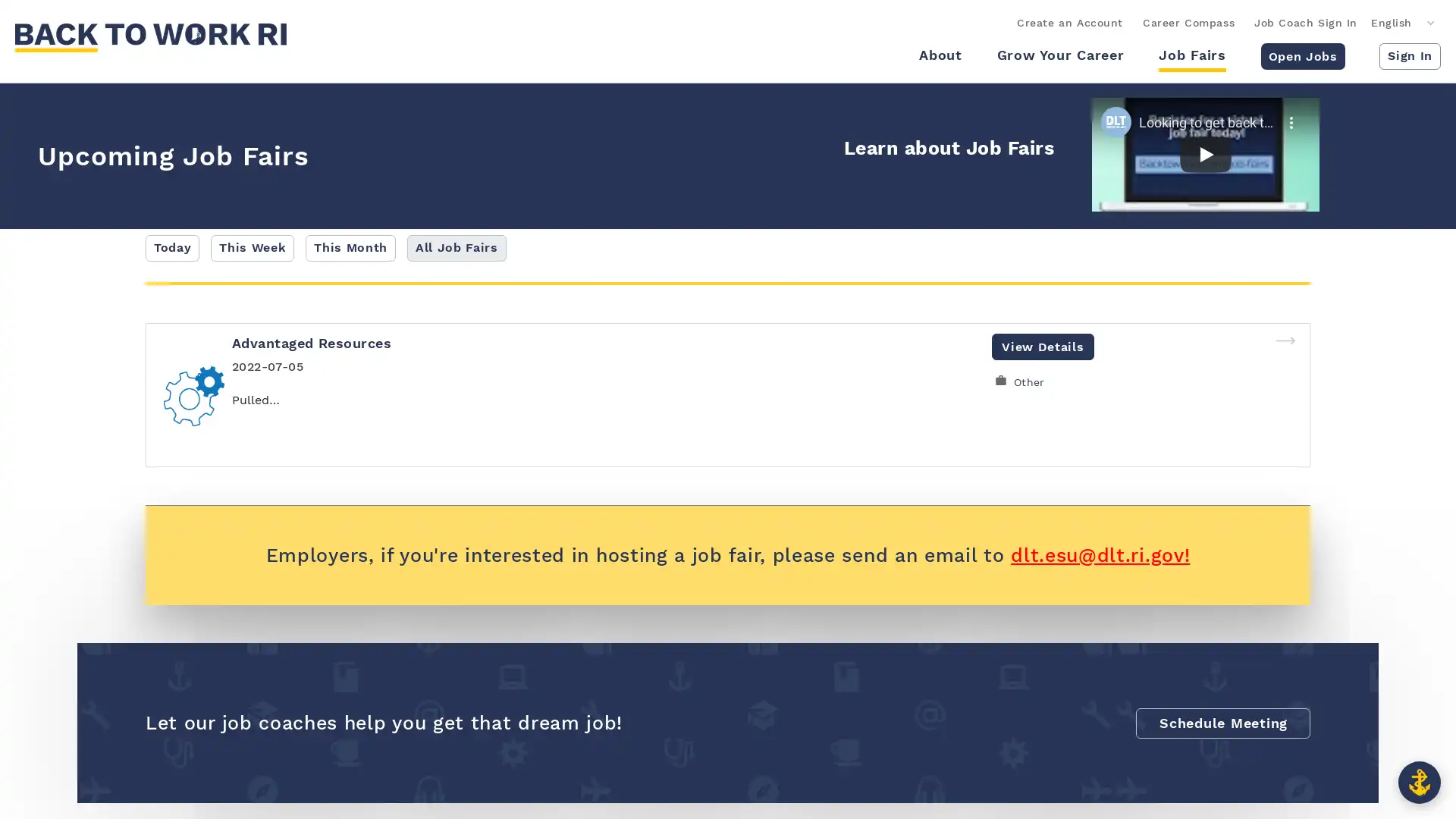  I want to click on Today, so click(172, 247).